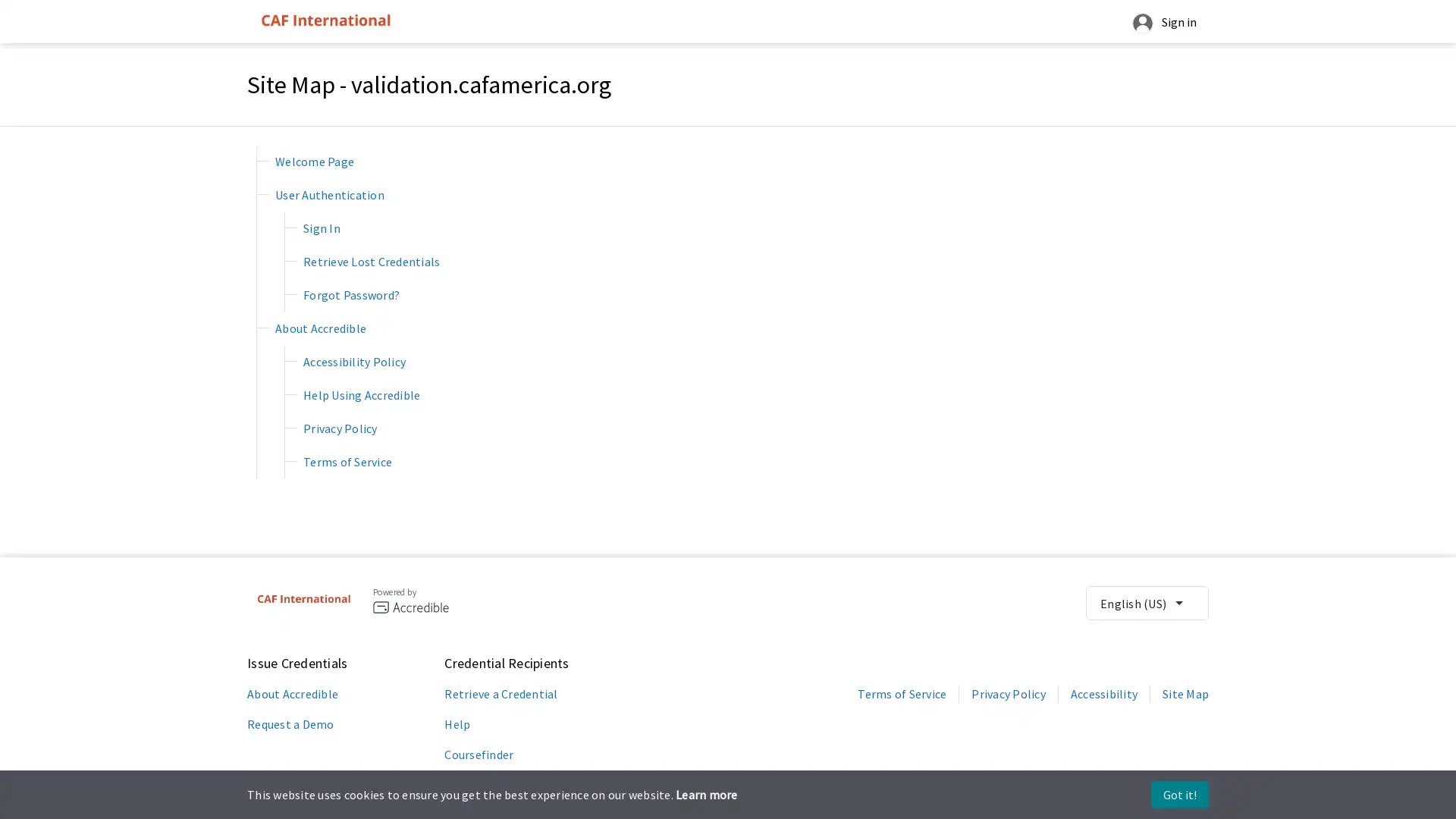 Image resolution: width=1456 pixels, height=819 pixels. I want to click on Got it!, so click(1178, 794).